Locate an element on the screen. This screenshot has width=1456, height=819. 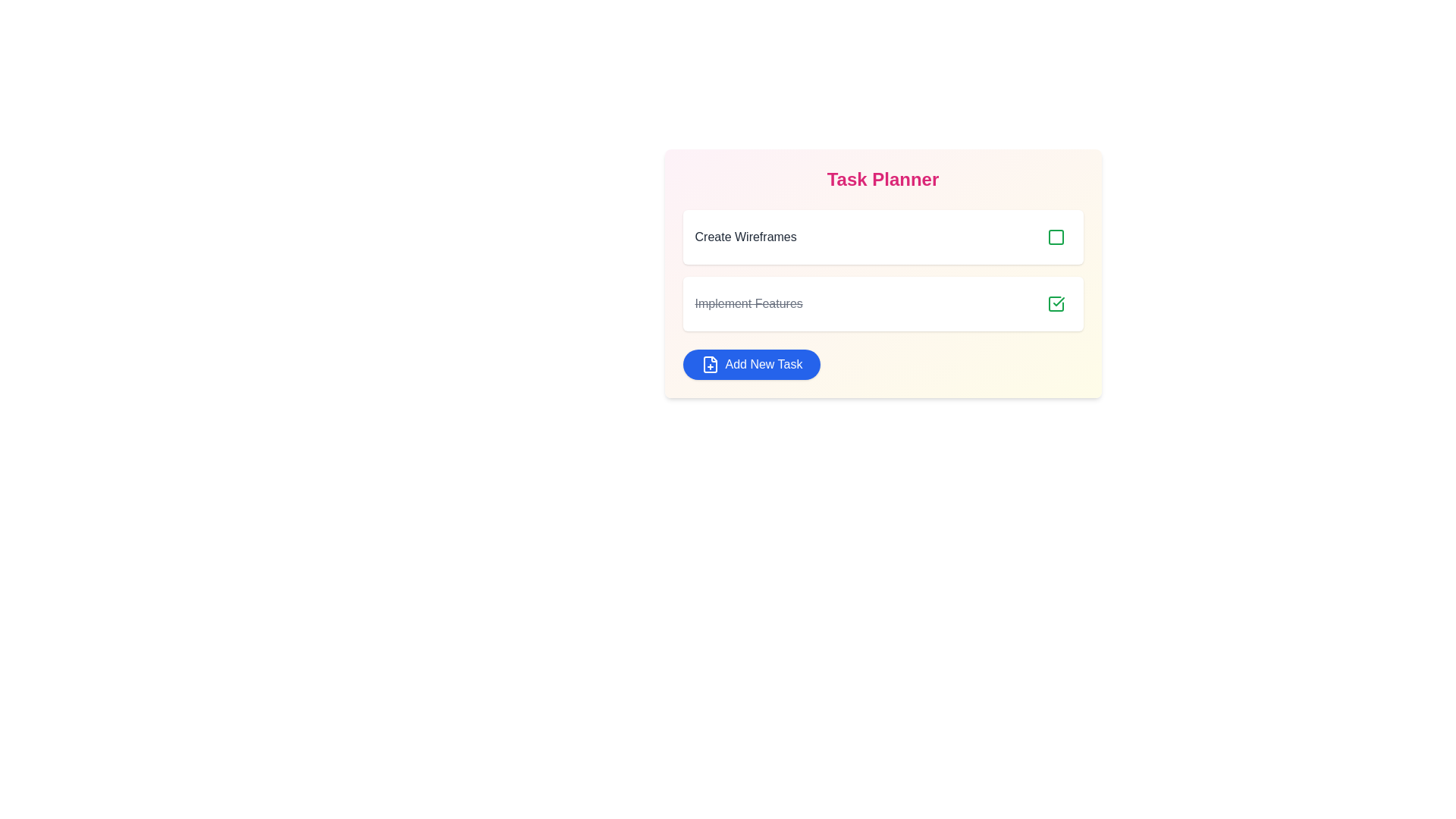
the decorative icon associated with the 'Add New Task' button, which symbolizes document creation and is located on the left side of the button is located at coordinates (709, 365).